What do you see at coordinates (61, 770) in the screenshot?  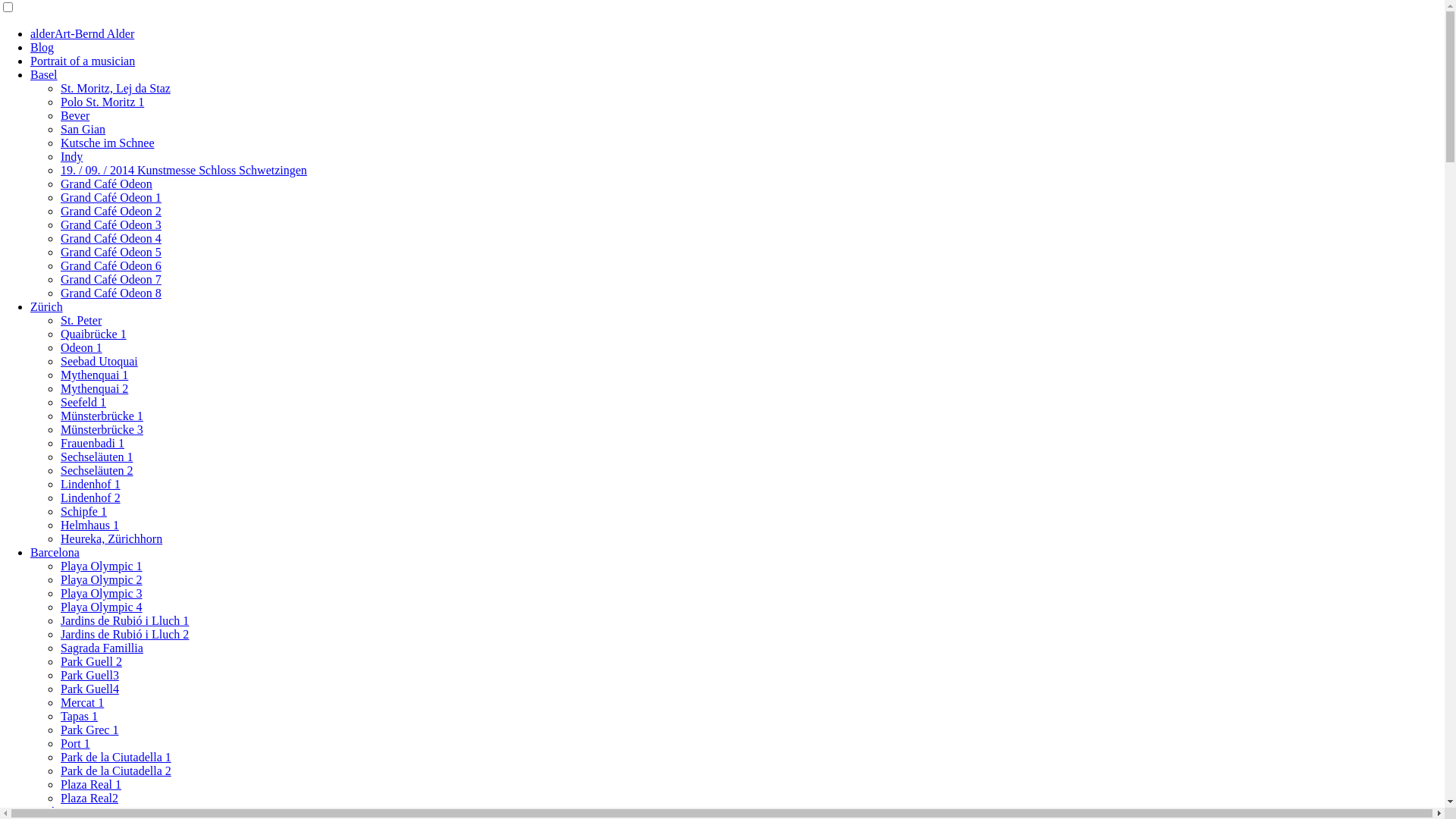 I see `'Park de la Ciutadella 2'` at bounding box center [61, 770].